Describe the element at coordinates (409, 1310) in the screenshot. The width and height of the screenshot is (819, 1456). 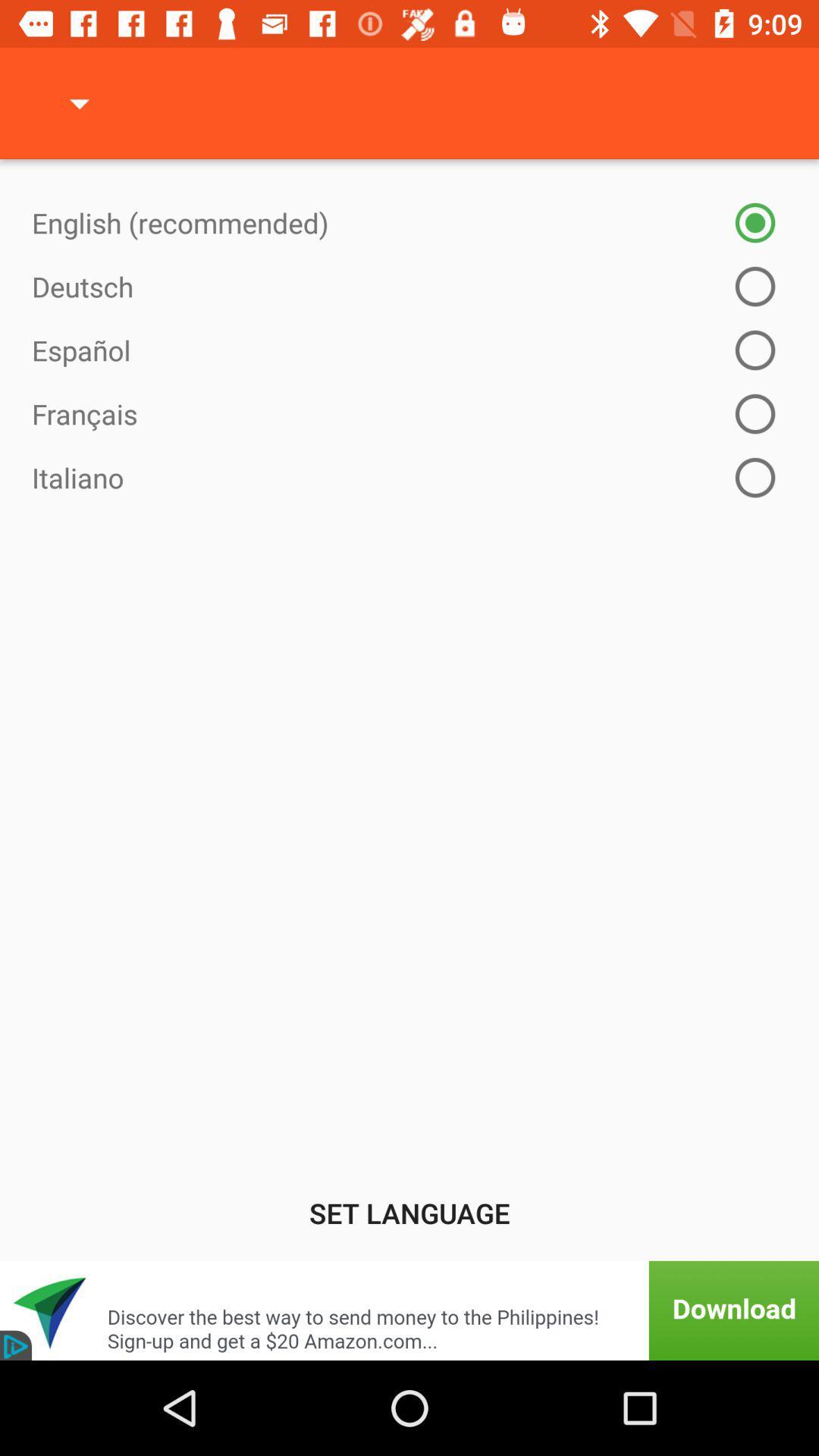
I see `icon below set language item` at that location.